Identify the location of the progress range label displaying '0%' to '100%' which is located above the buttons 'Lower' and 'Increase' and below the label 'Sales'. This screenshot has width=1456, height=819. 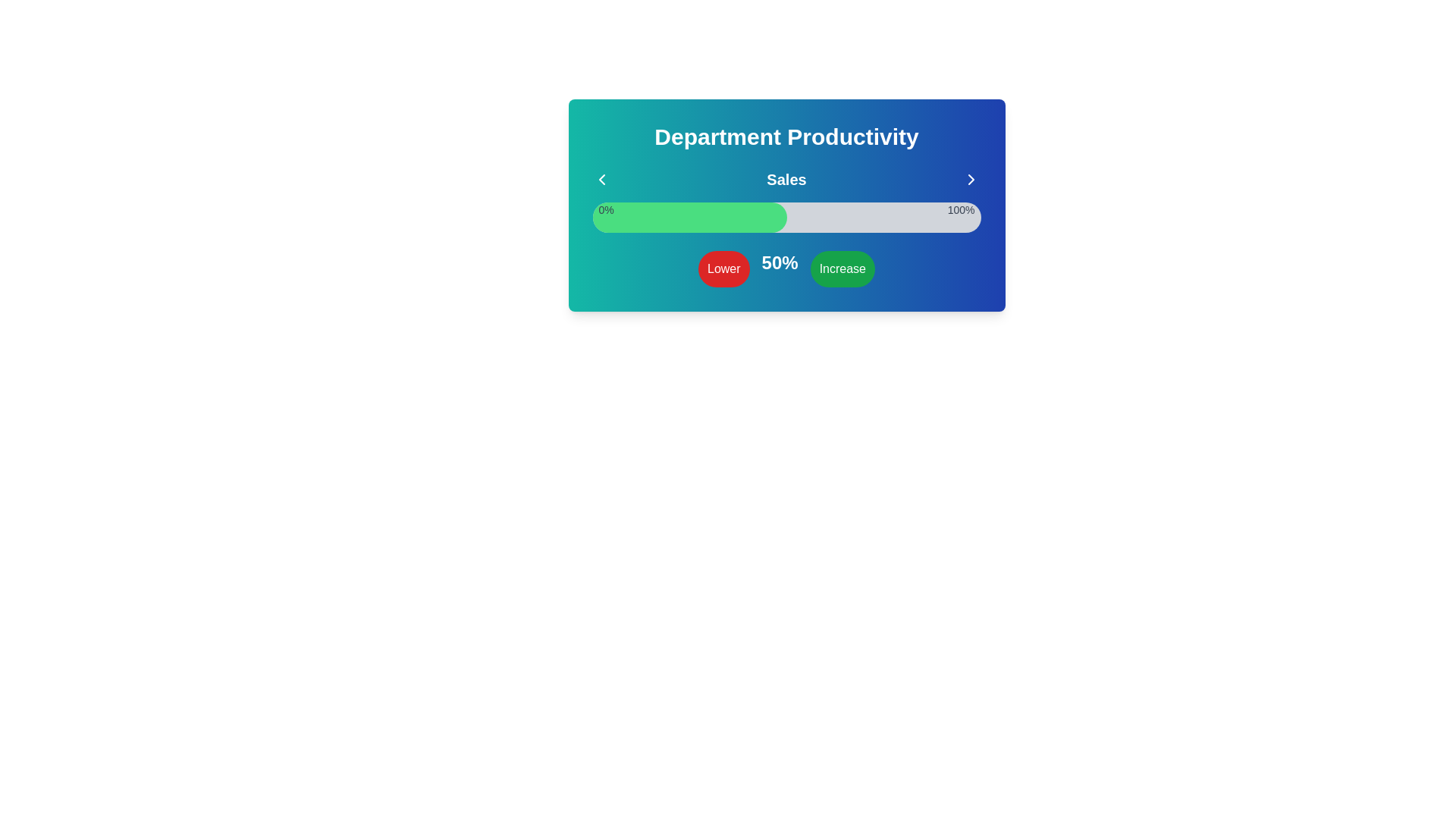
(786, 210).